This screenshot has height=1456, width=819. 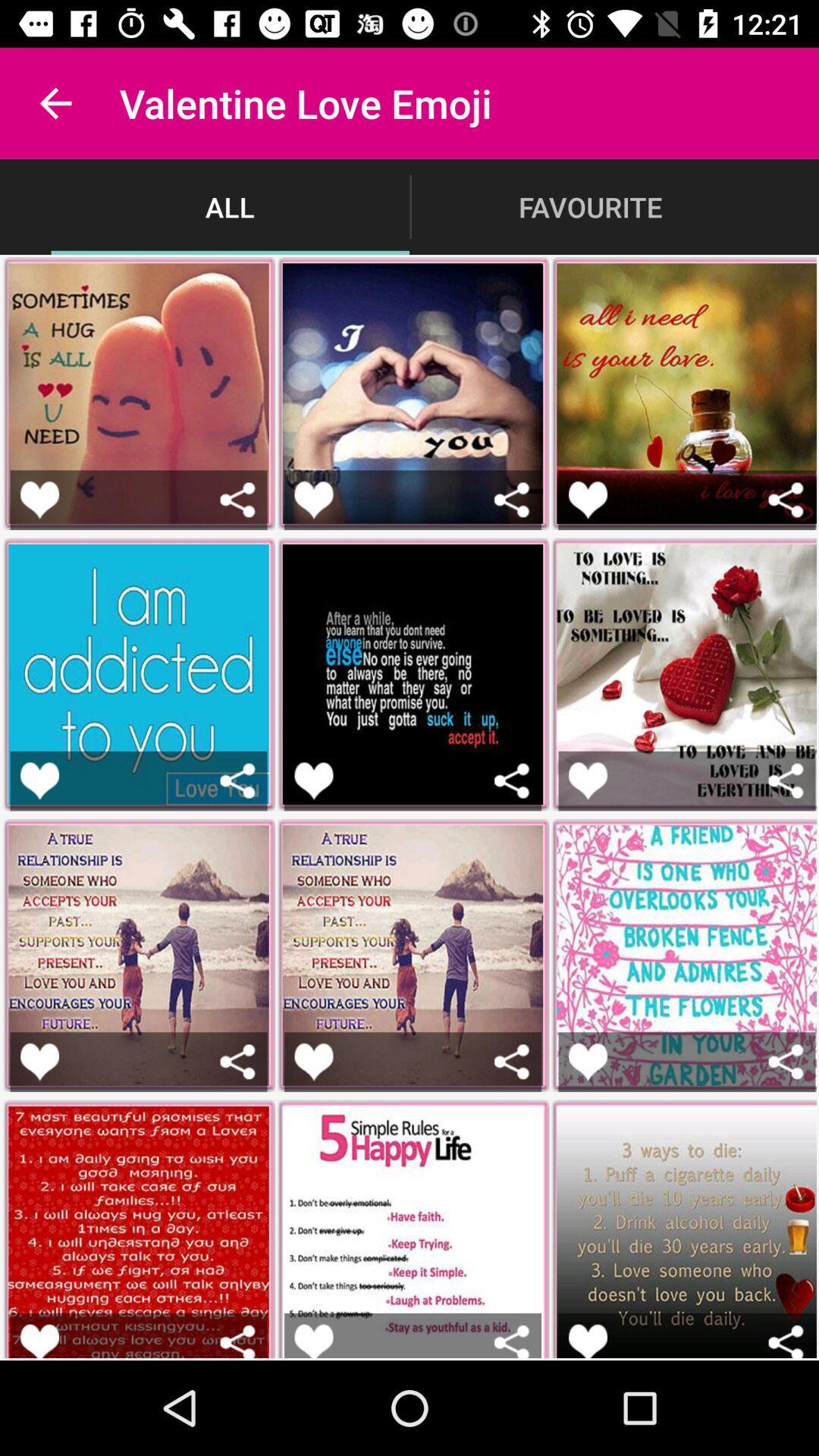 I want to click on share the picture, so click(x=785, y=1341).